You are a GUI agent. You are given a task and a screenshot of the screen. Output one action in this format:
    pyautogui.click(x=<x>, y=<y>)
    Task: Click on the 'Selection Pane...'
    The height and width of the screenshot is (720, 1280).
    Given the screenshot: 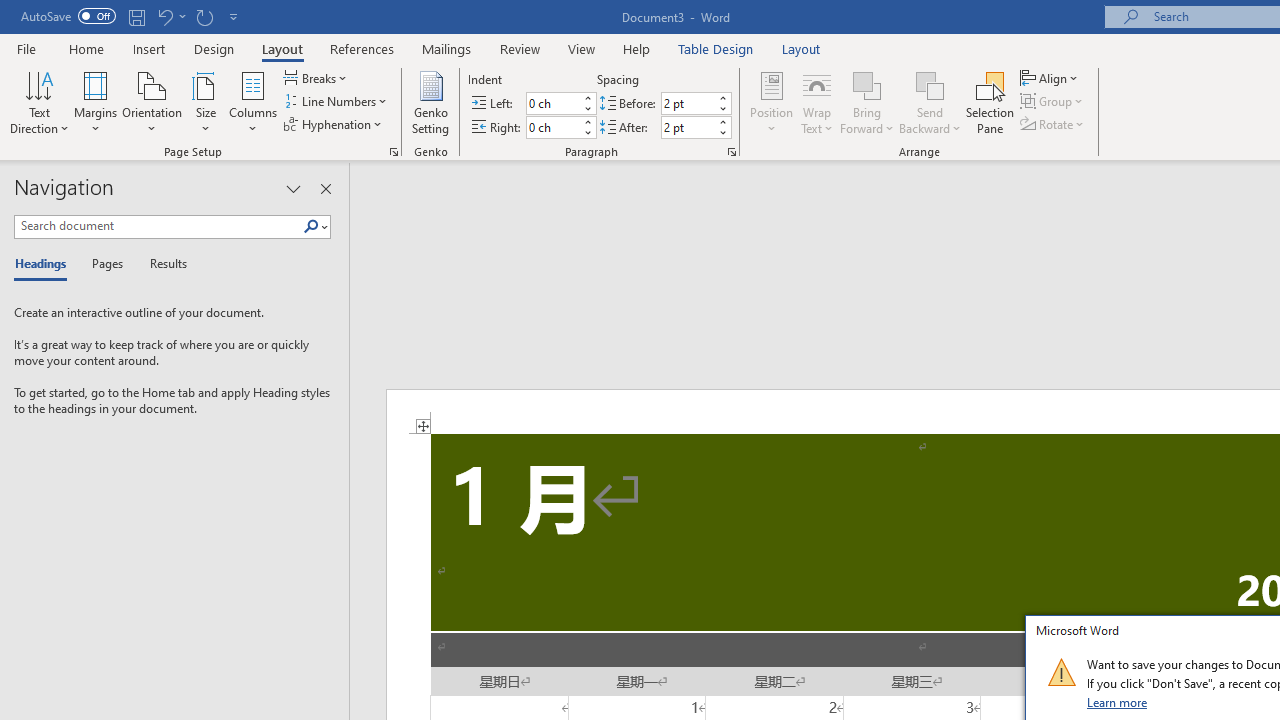 What is the action you would take?
    pyautogui.click(x=990, y=103)
    